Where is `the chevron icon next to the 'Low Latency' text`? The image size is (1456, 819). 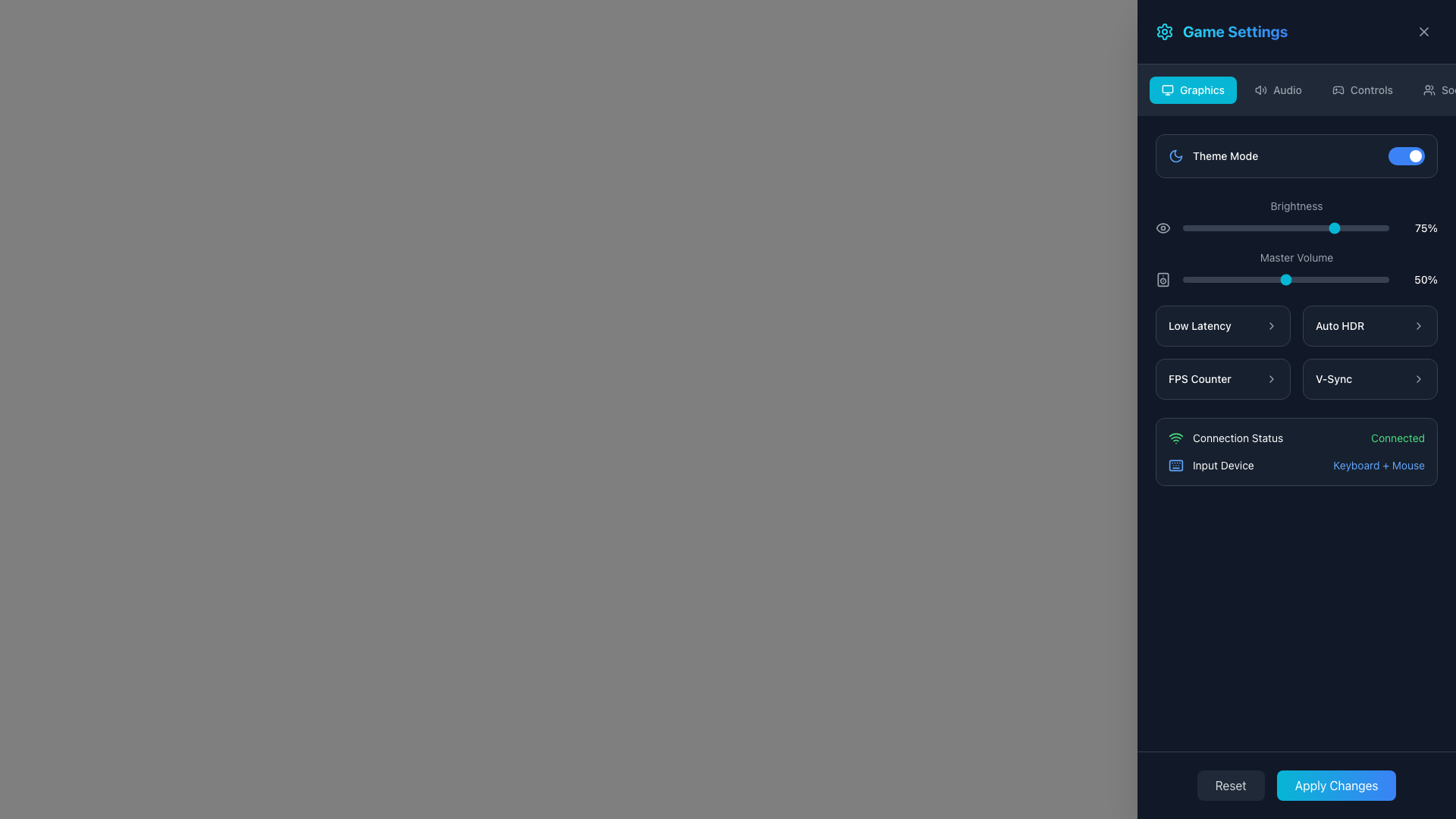
the chevron icon next to the 'Low Latency' text is located at coordinates (1271, 325).